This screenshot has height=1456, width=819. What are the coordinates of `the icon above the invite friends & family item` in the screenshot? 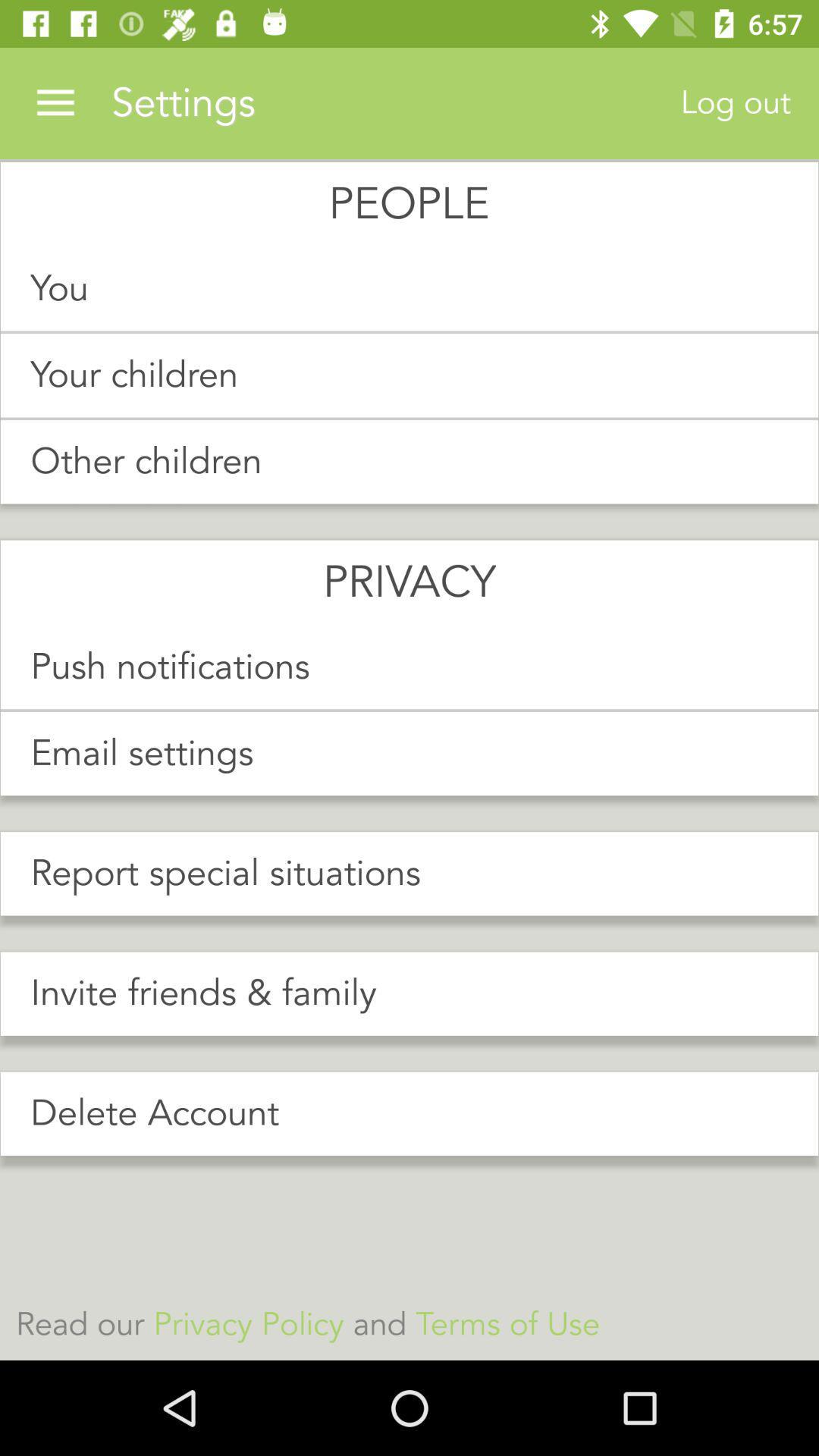 It's located at (409, 874).